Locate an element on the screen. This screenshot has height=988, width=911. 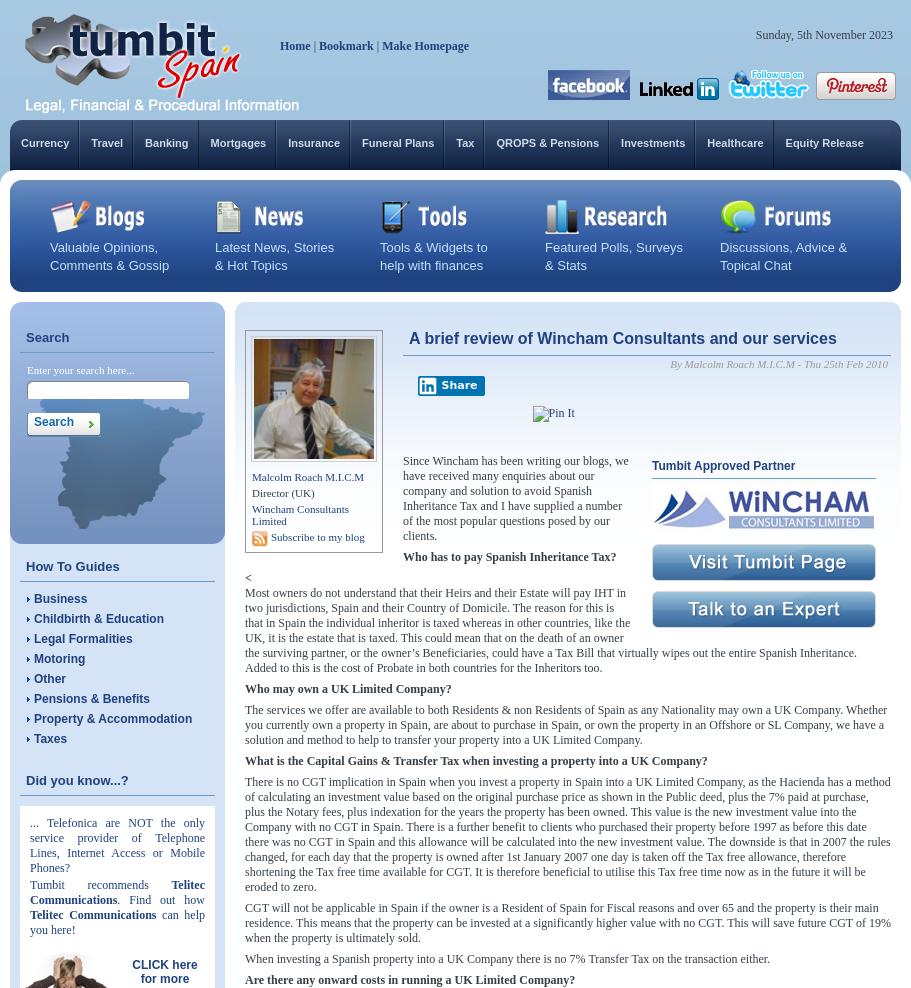
'can help you here!' is located at coordinates (116, 921).